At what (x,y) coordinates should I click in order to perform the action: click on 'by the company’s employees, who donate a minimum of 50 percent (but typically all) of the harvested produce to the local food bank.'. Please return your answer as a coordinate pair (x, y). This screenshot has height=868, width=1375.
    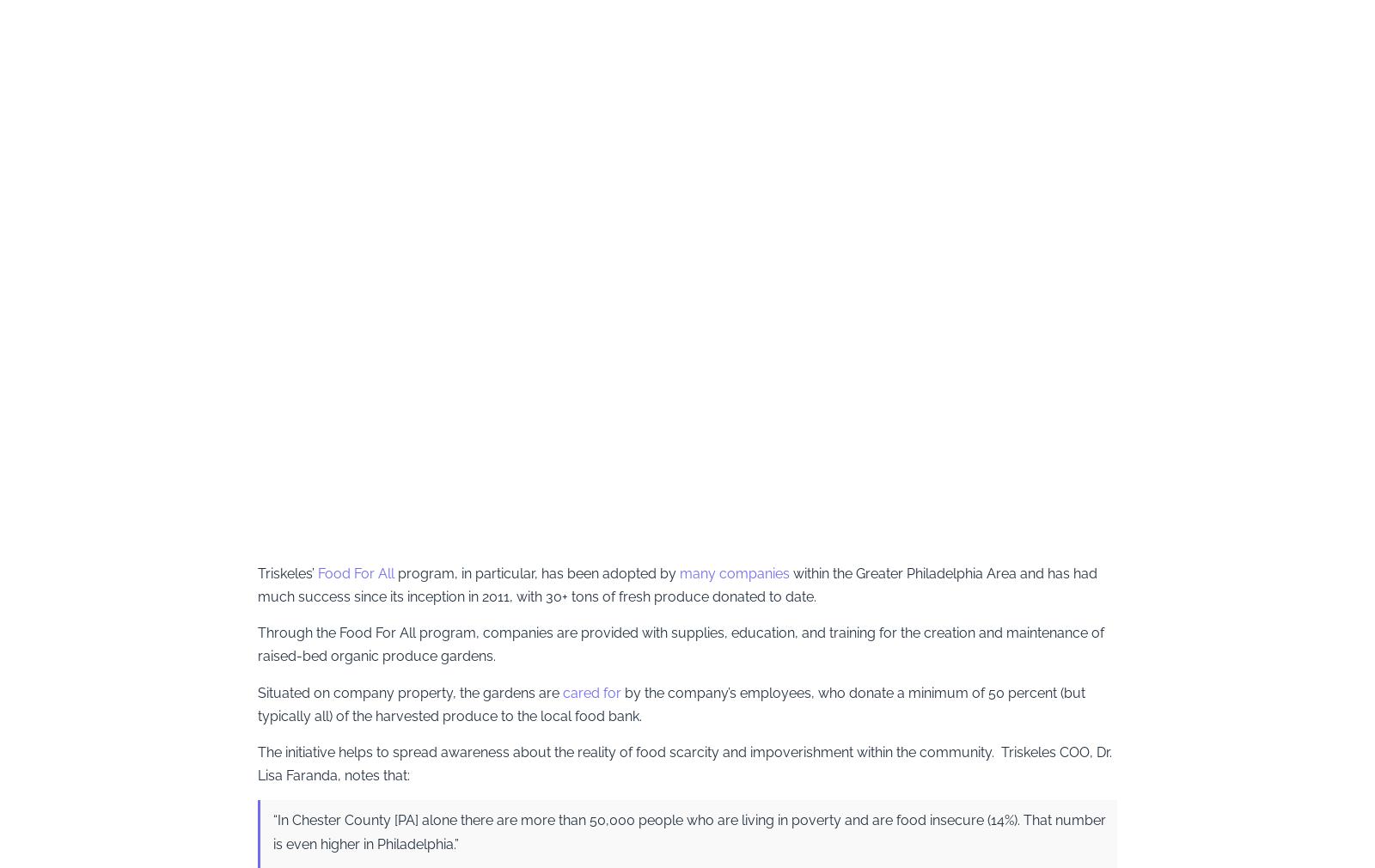
    Looking at the image, I should click on (671, 704).